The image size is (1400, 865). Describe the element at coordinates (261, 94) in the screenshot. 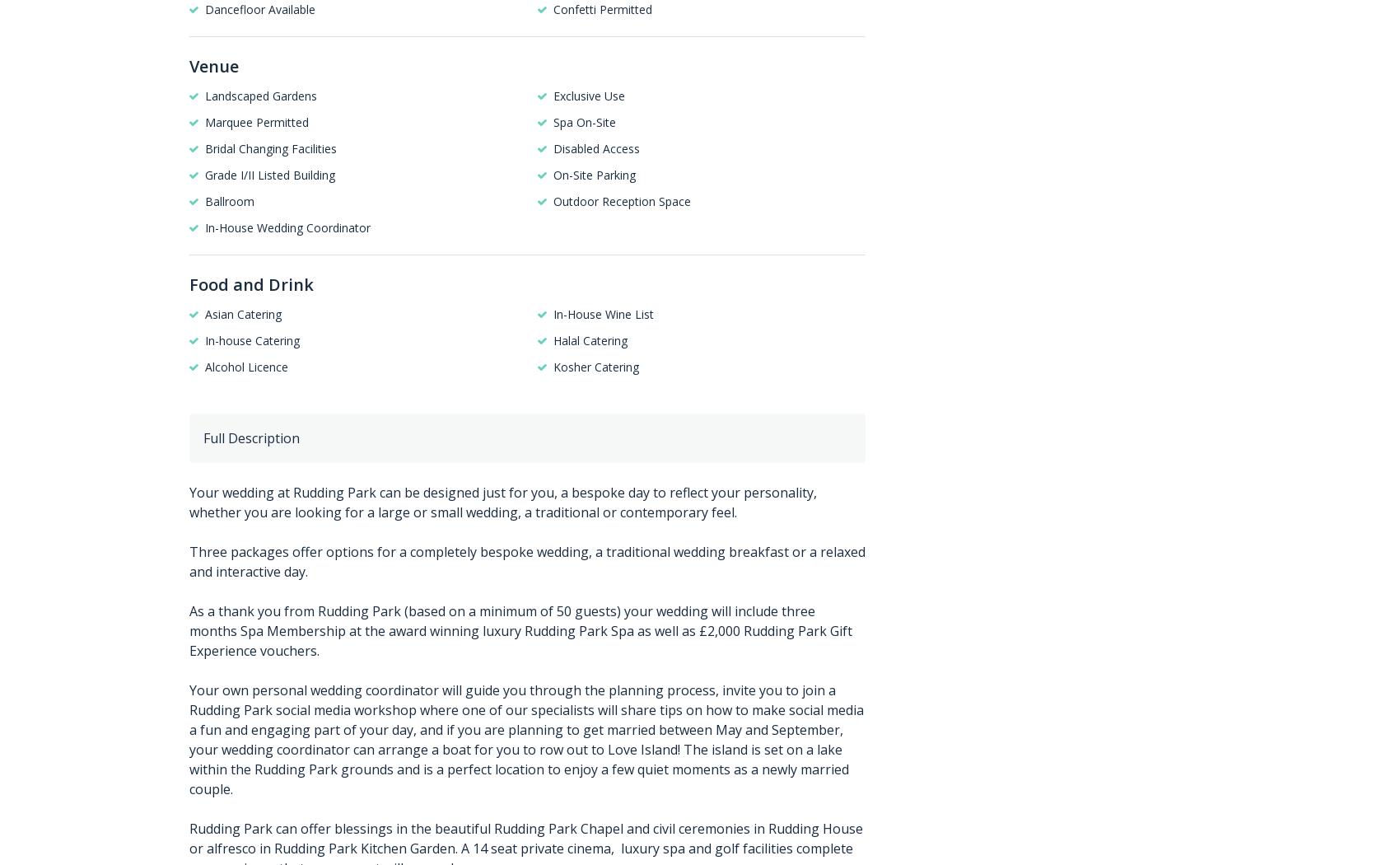

I see `'Landscaped Gardens'` at that location.